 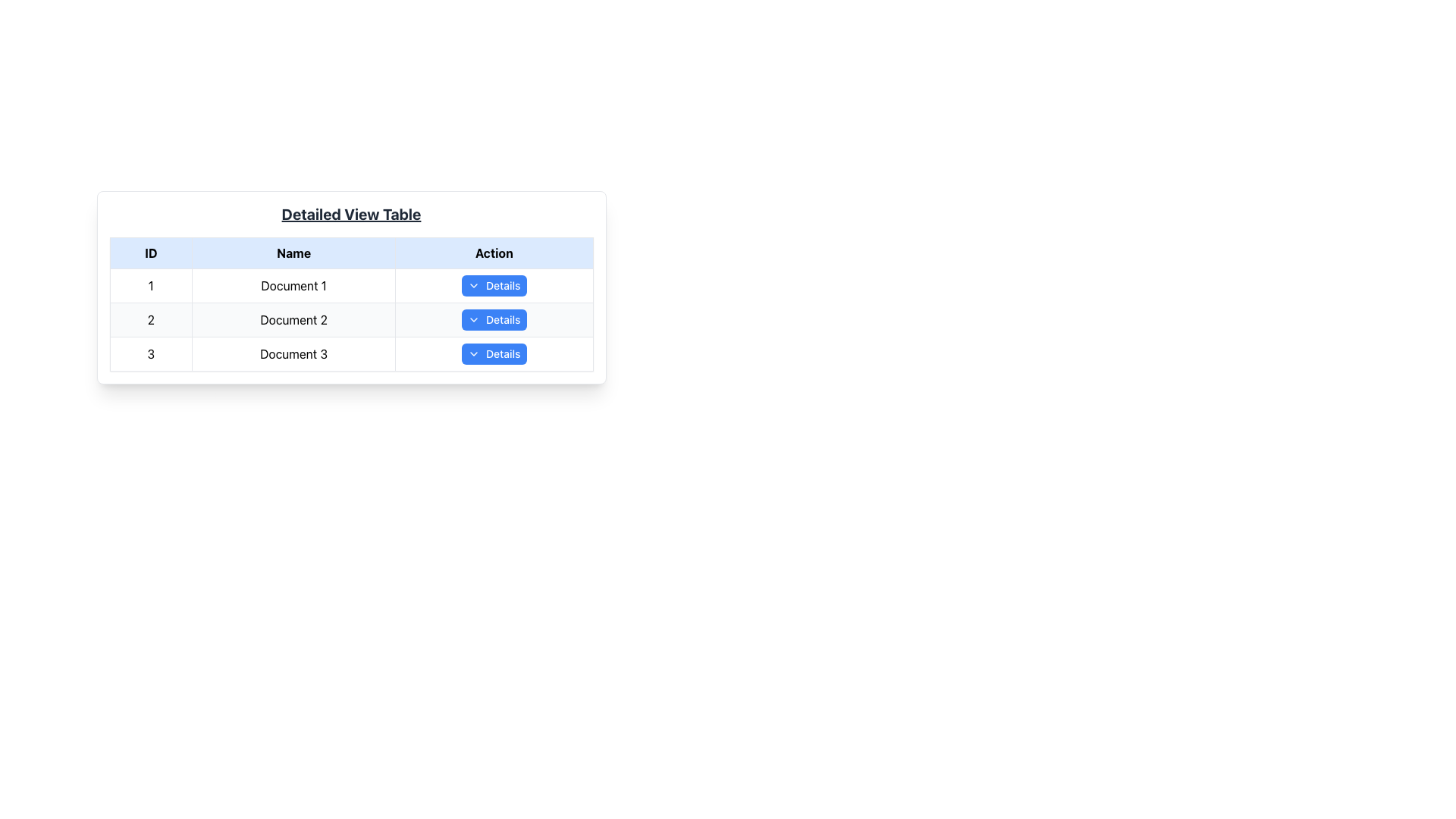 What do you see at coordinates (473, 353) in the screenshot?
I see `the downward-pointing chevron icon inside the 'Details' button in the last row of the 'Detailed View Table'` at bounding box center [473, 353].